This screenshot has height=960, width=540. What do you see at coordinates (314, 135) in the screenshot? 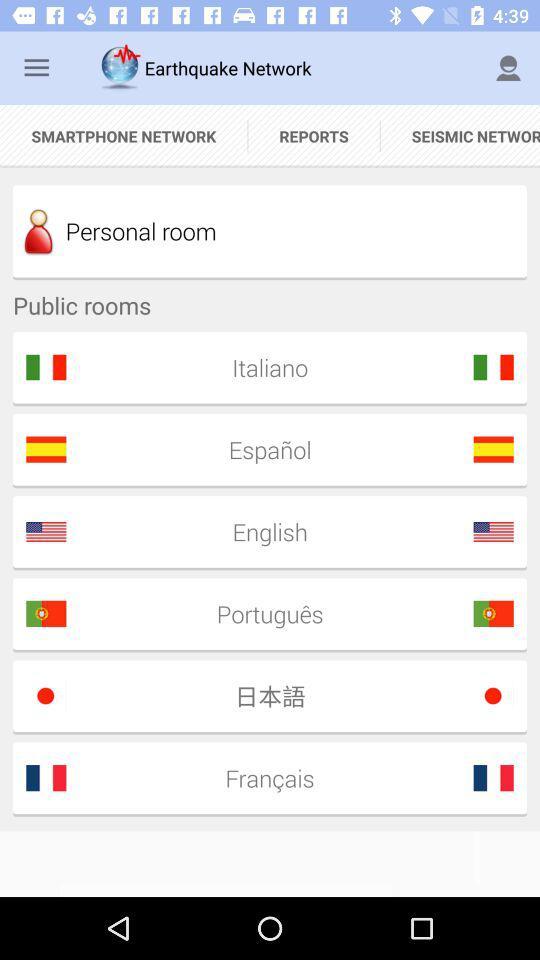
I see `the reports item` at bounding box center [314, 135].